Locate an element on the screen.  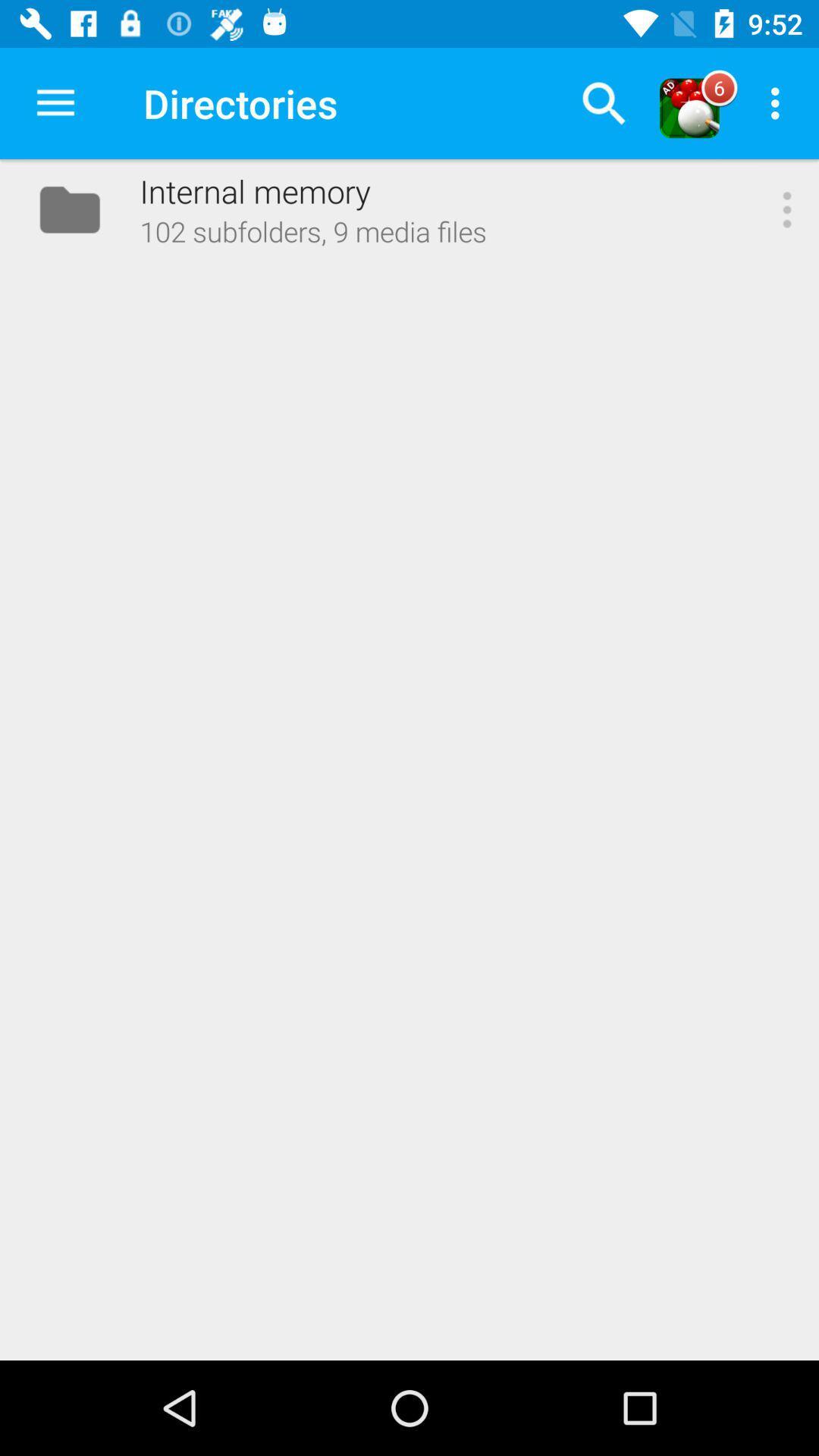
item next to internal memory is located at coordinates (55, 102).